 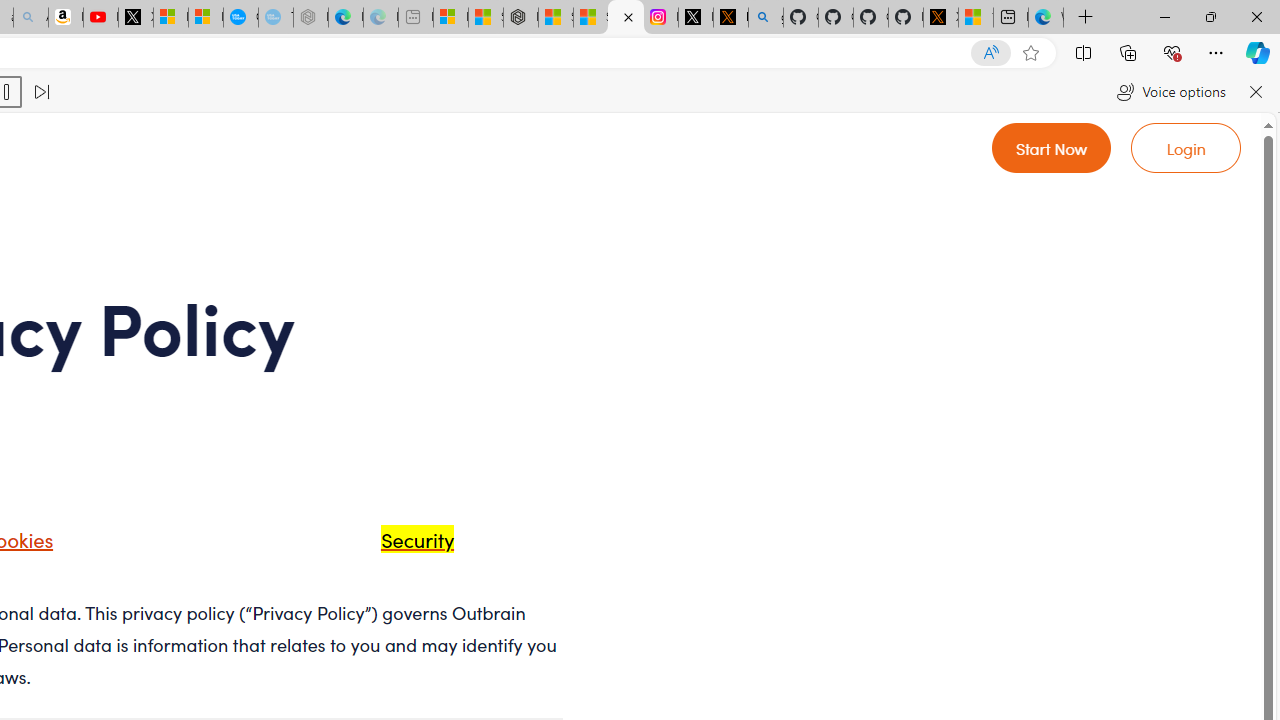 What do you see at coordinates (100, 17) in the screenshot?
I see `'Day 1: Arriving in Yemen (surreal to be here) - YouTube'` at bounding box center [100, 17].